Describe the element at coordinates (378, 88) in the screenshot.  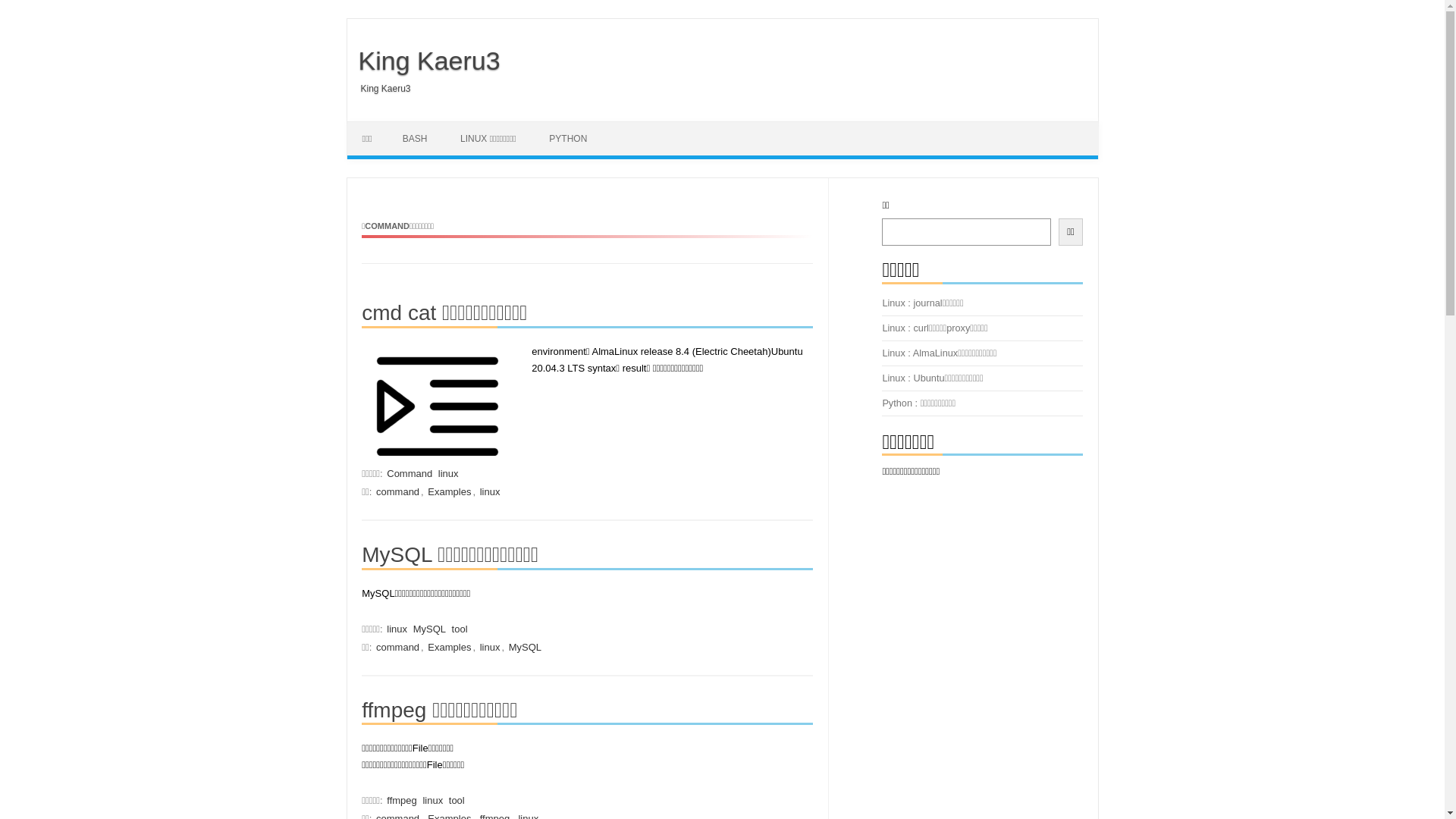
I see `'King Kaeru3'` at that location.